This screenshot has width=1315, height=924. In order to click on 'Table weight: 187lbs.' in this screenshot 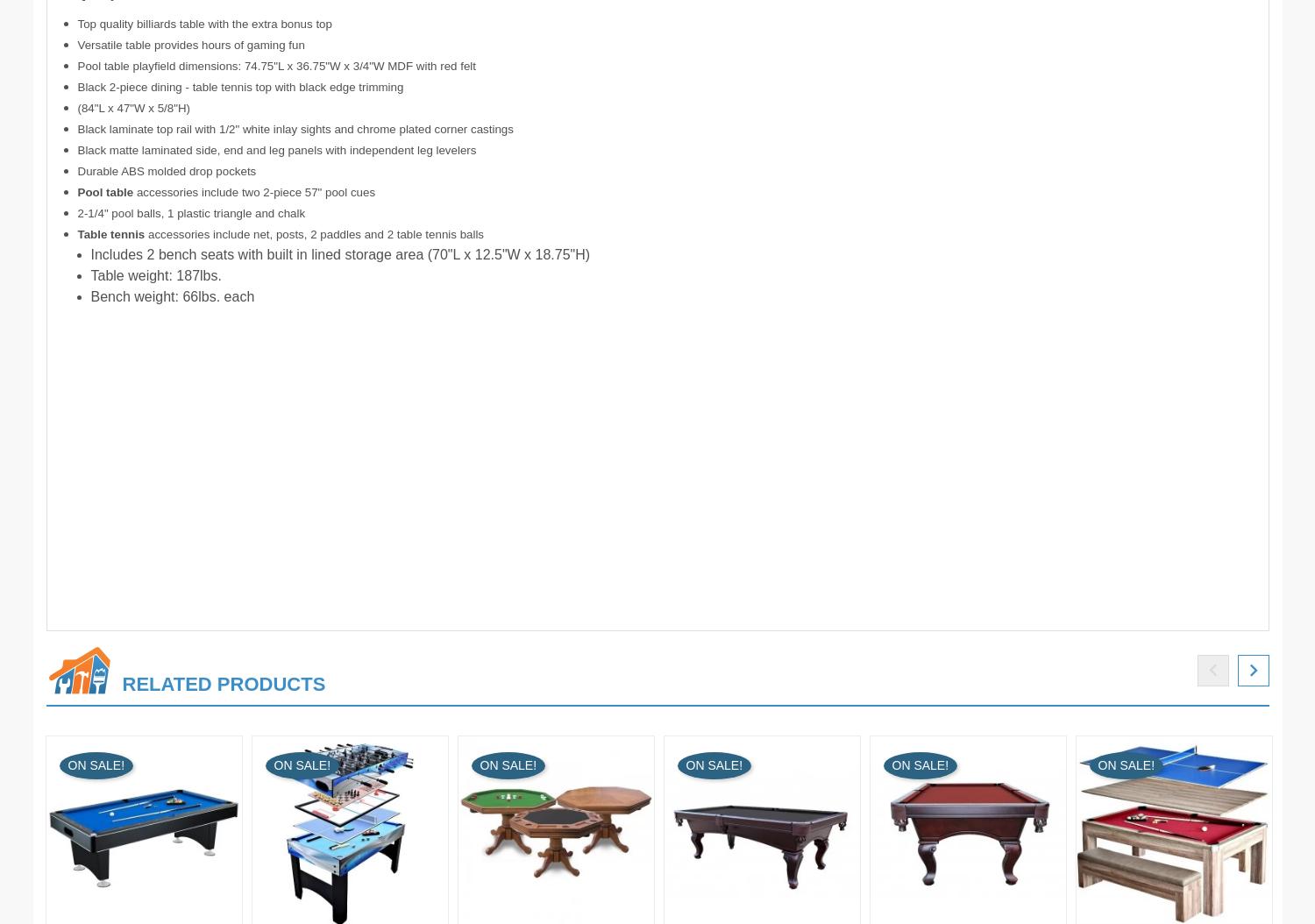, I will do `click(89, 274)`.